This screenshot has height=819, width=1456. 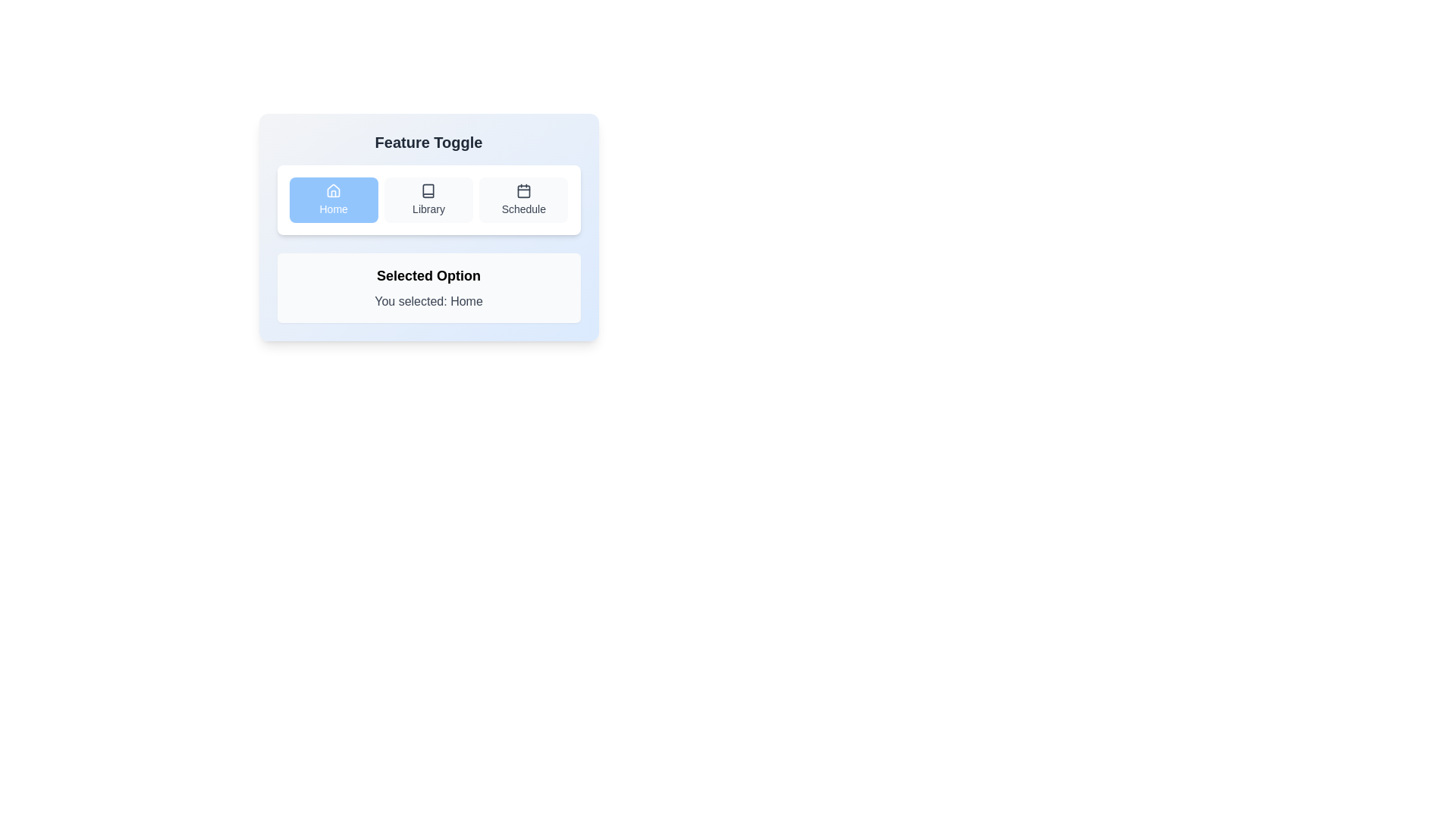 What do you see at coordinates (428, 190) in the screenshot?
I see `the small book icon located inside the 'Library' button` at bounding box center [428, 190].